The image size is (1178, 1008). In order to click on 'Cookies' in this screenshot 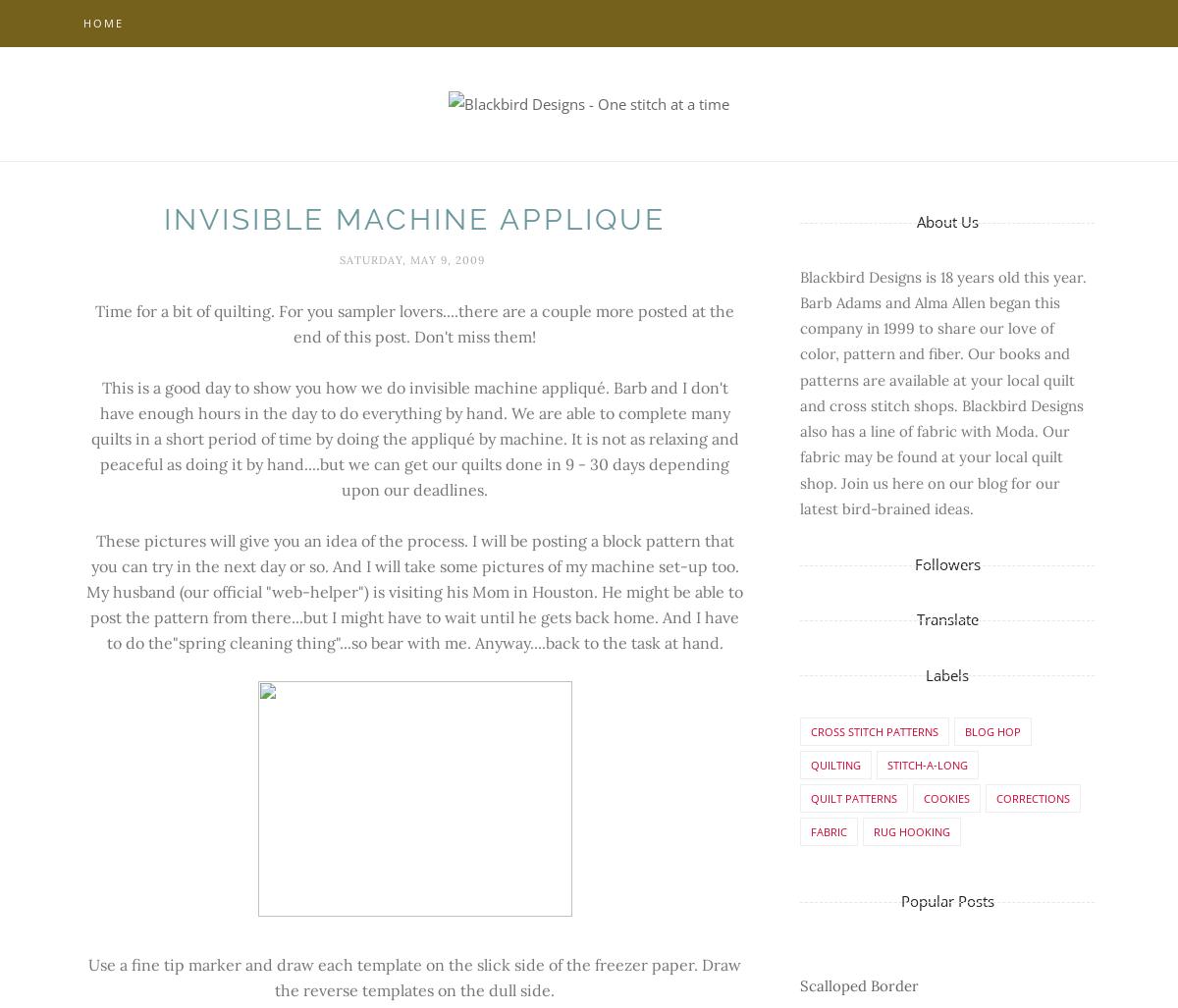, I will do `click(946, 797)`.